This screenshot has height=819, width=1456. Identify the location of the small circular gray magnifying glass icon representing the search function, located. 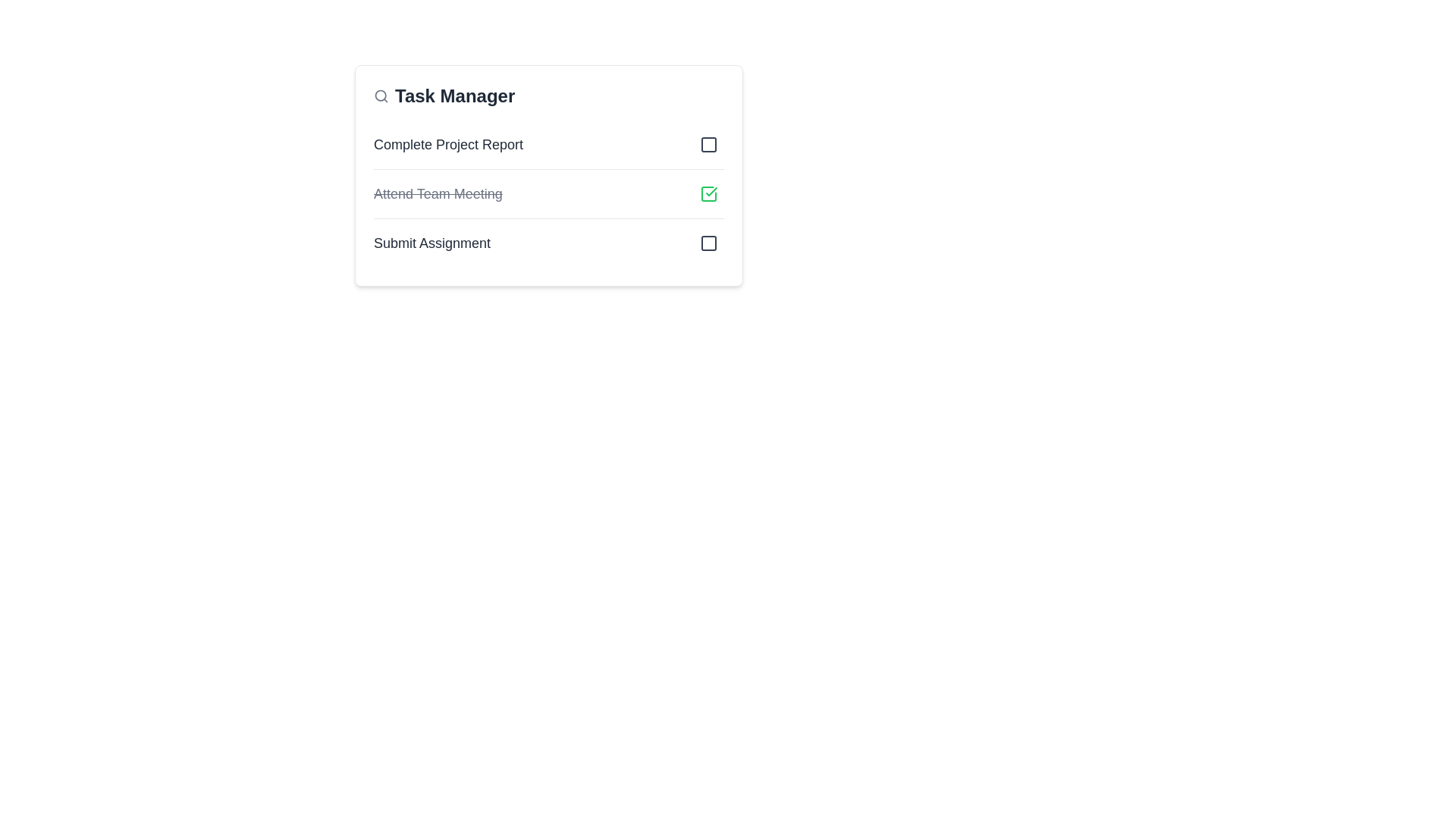
(381, 96).